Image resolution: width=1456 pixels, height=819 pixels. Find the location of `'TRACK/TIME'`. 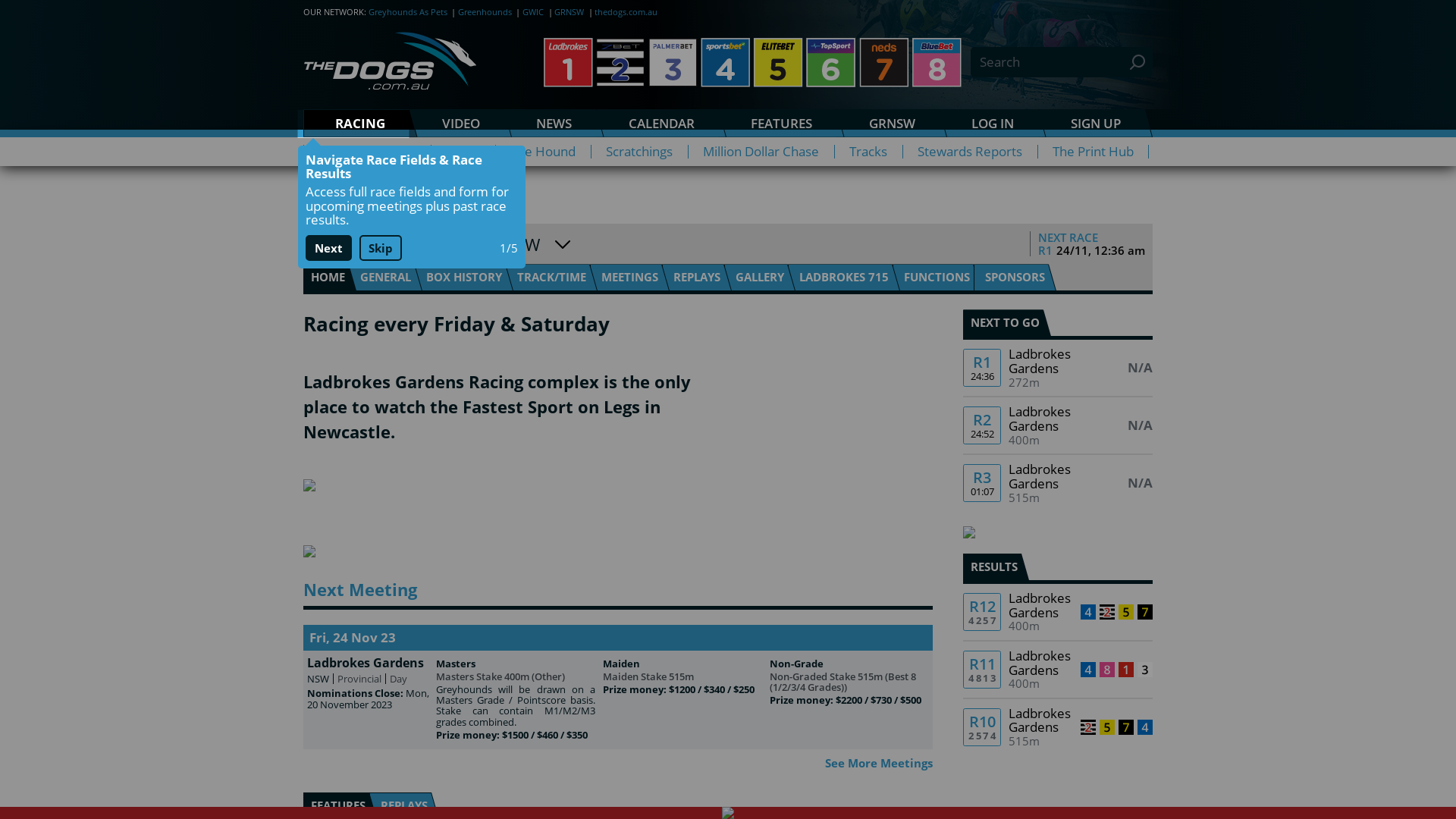

'TRACK/TIME' is located at coordinates (551, 277).